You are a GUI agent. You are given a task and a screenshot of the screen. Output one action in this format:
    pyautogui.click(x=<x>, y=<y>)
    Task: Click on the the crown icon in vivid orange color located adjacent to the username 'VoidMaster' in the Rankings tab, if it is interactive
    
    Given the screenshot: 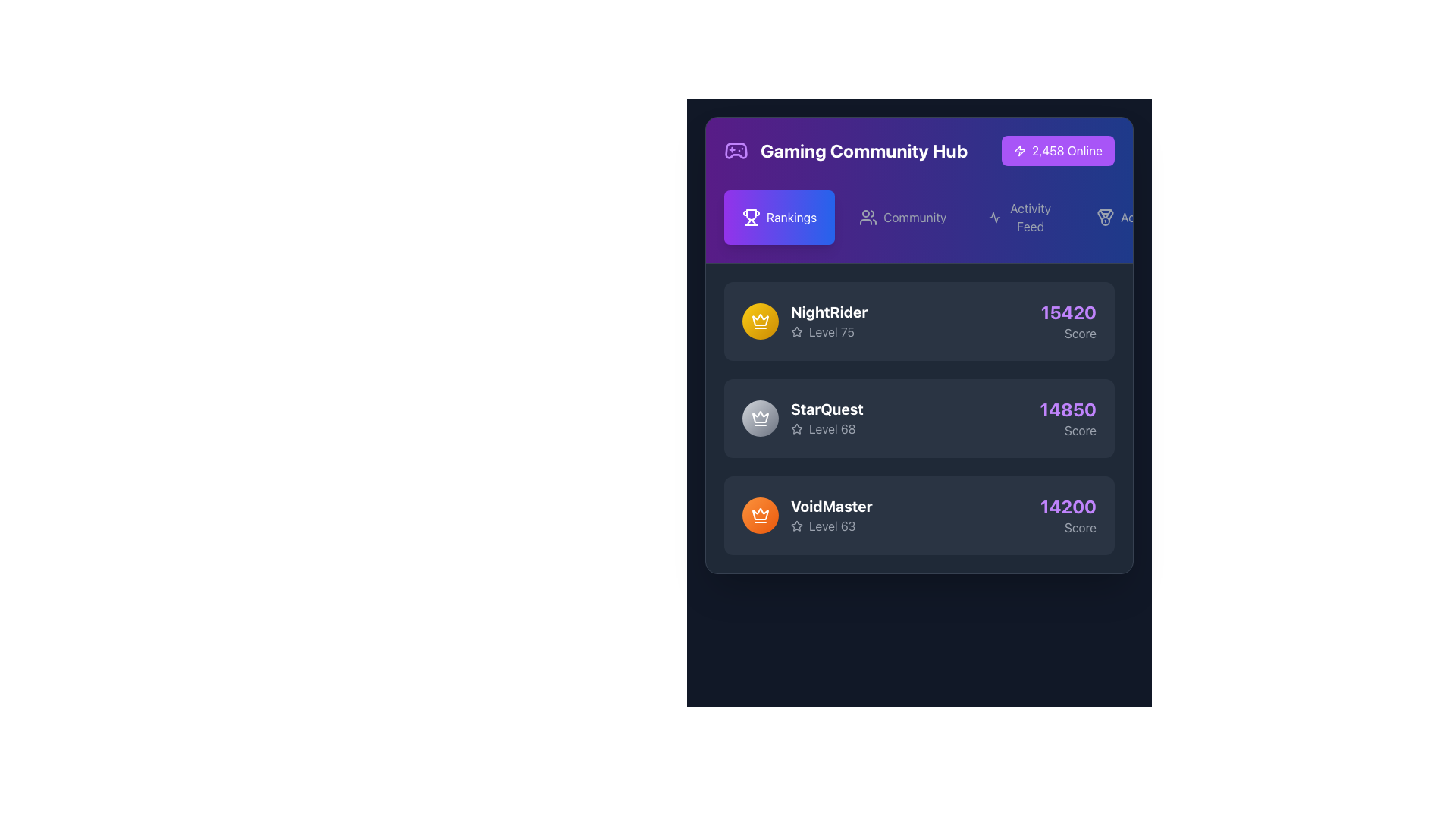 What is the action you would take?
    pyautogui.click(x=761, y=417)
    